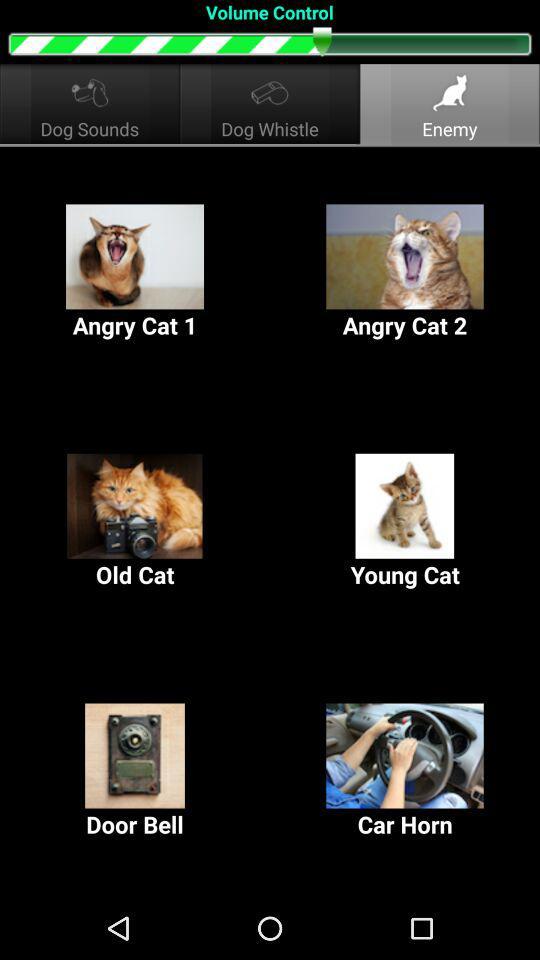  What do you see at coordinates (405, 770) in the screenshot?
I see `the button at the bottom right corner` at bounding box center [405, 770].